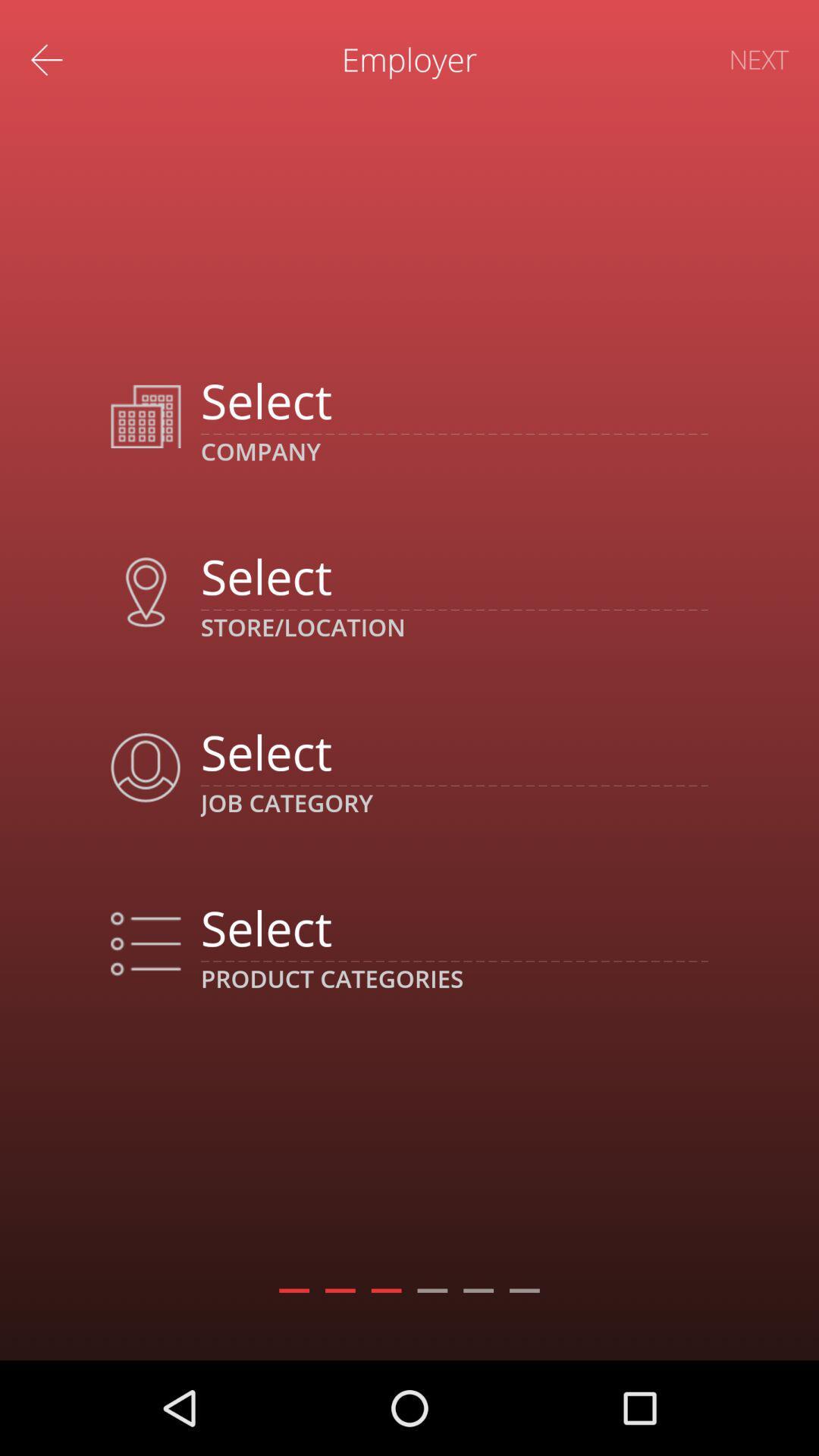 The height and width of the screenshot is (1456, 819). I want to click on company, so click(453, 400).